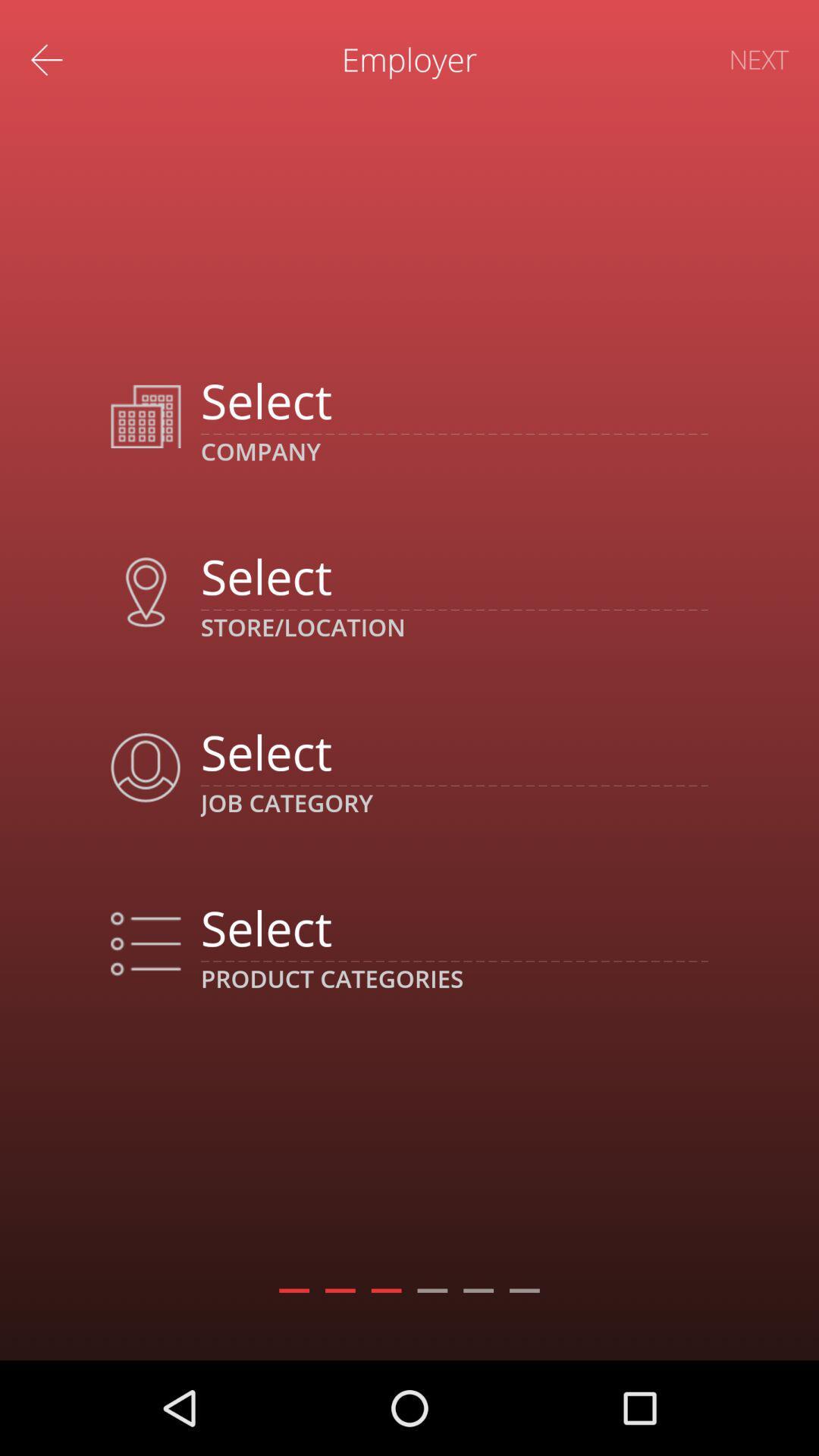 The height and width of the screenshot is (1456, 819). I want to click on company, so click(453, 400).